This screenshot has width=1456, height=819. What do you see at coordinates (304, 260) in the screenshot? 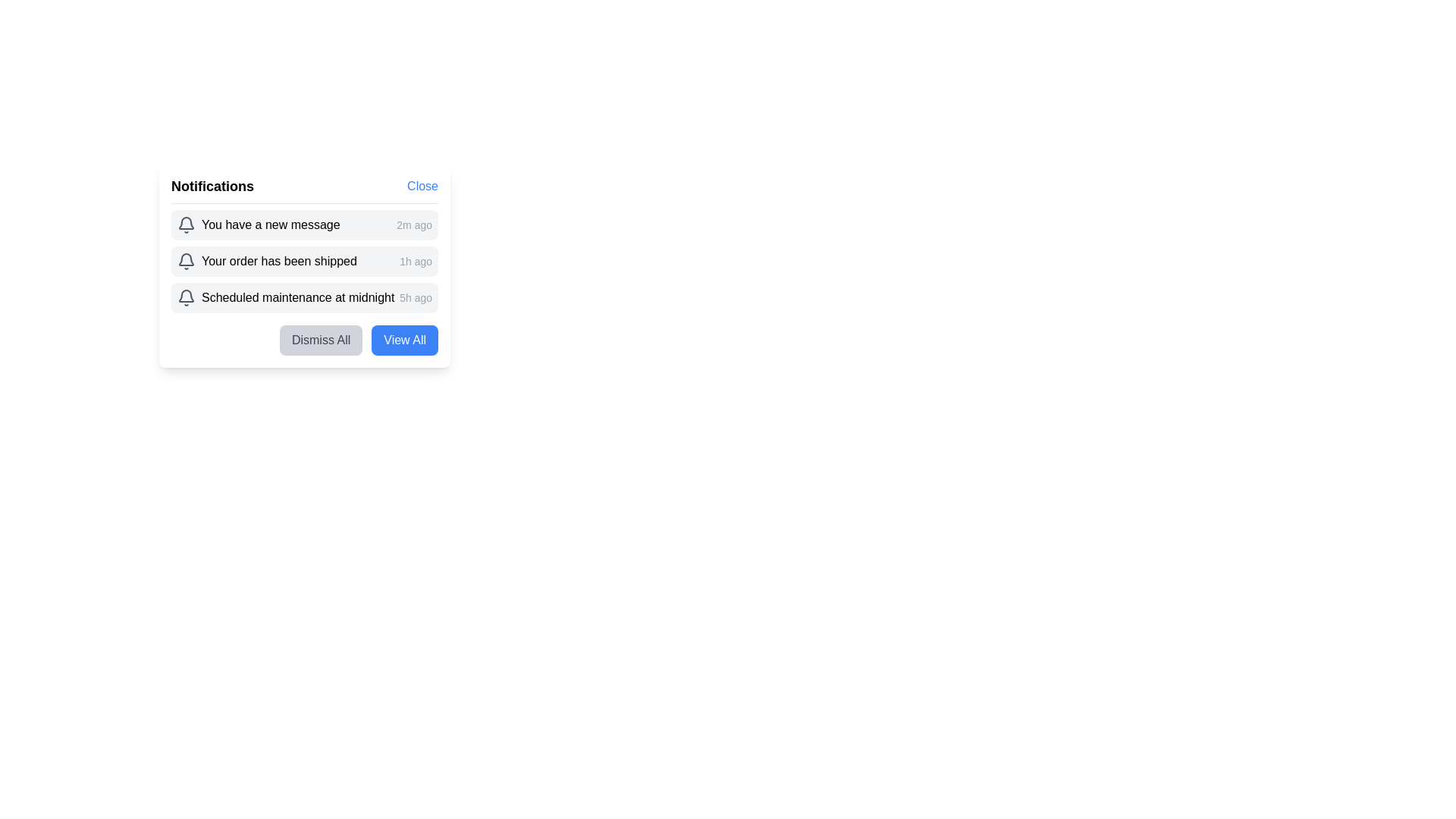
I see `the second notification indicating a shipping update for the user's order, which is located under the 'Notifications' heading` at bounding box center [304, 260].